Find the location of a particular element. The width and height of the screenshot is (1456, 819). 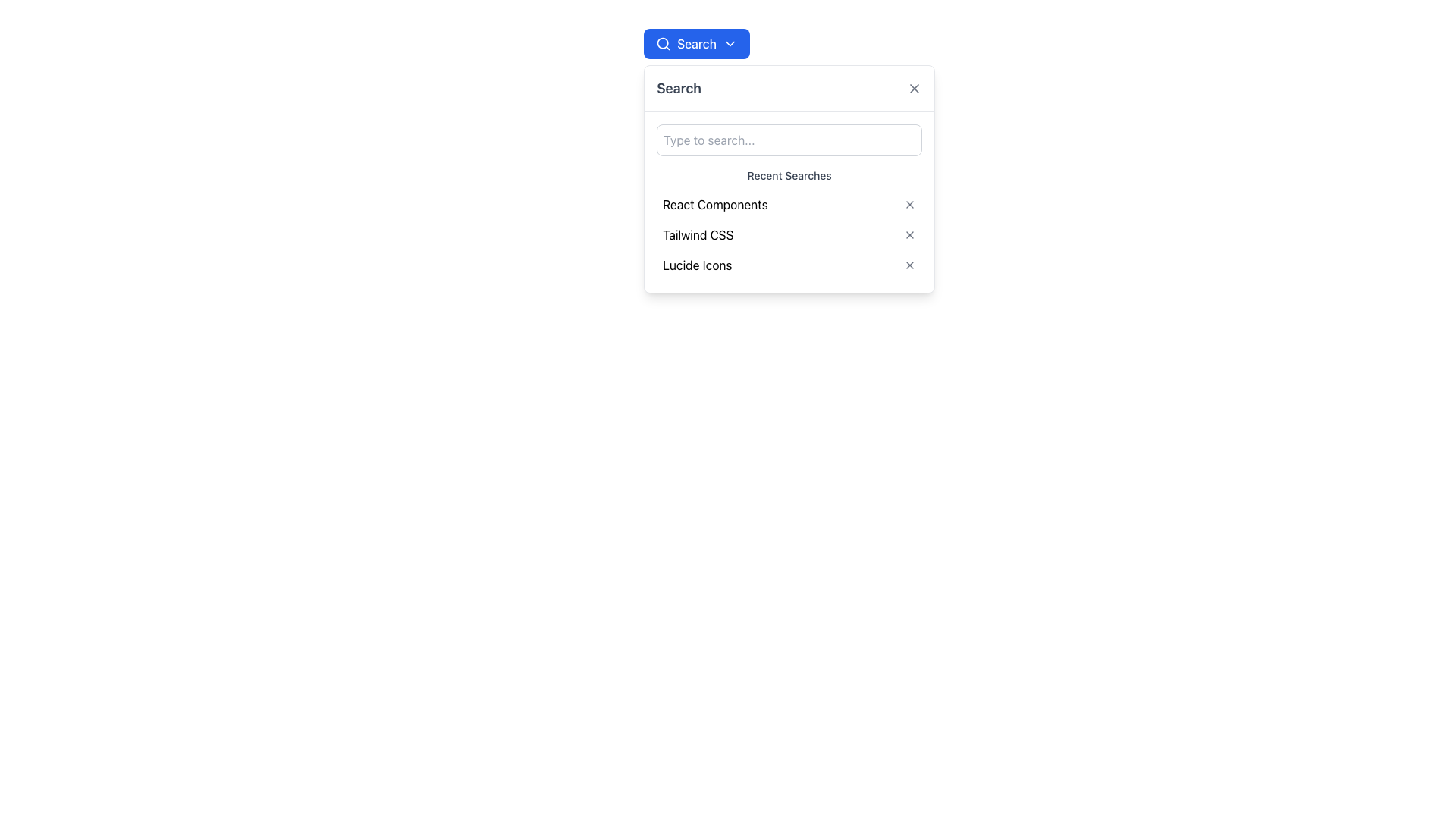

the 'Search' button located at the top-left corner of the interface, which contains a decorative magnifying glass icon as a part of its SVG graphic is located at coordinates (663, 42).